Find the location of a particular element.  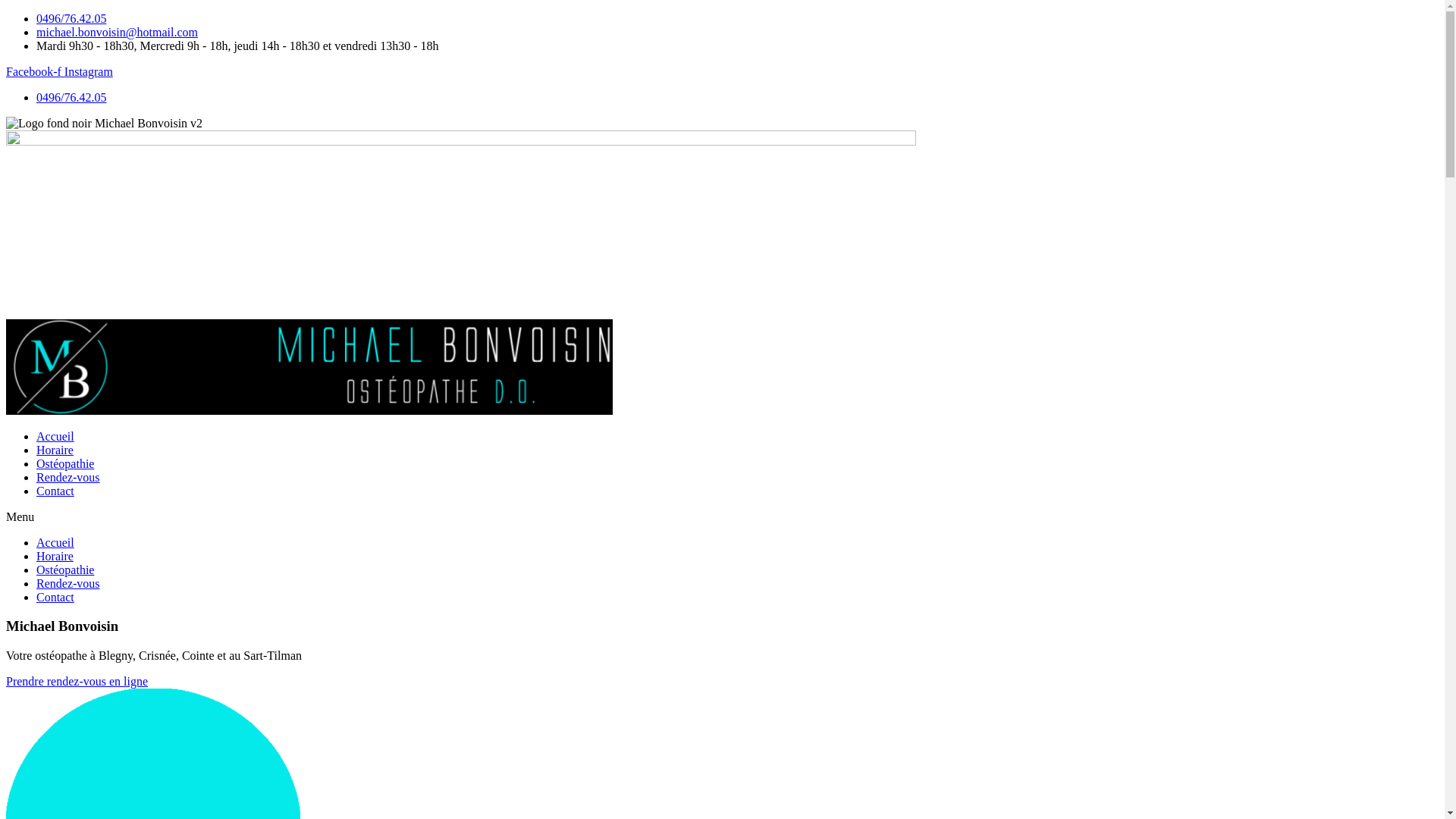

'Horaire' is located at coordinates (55, 449).